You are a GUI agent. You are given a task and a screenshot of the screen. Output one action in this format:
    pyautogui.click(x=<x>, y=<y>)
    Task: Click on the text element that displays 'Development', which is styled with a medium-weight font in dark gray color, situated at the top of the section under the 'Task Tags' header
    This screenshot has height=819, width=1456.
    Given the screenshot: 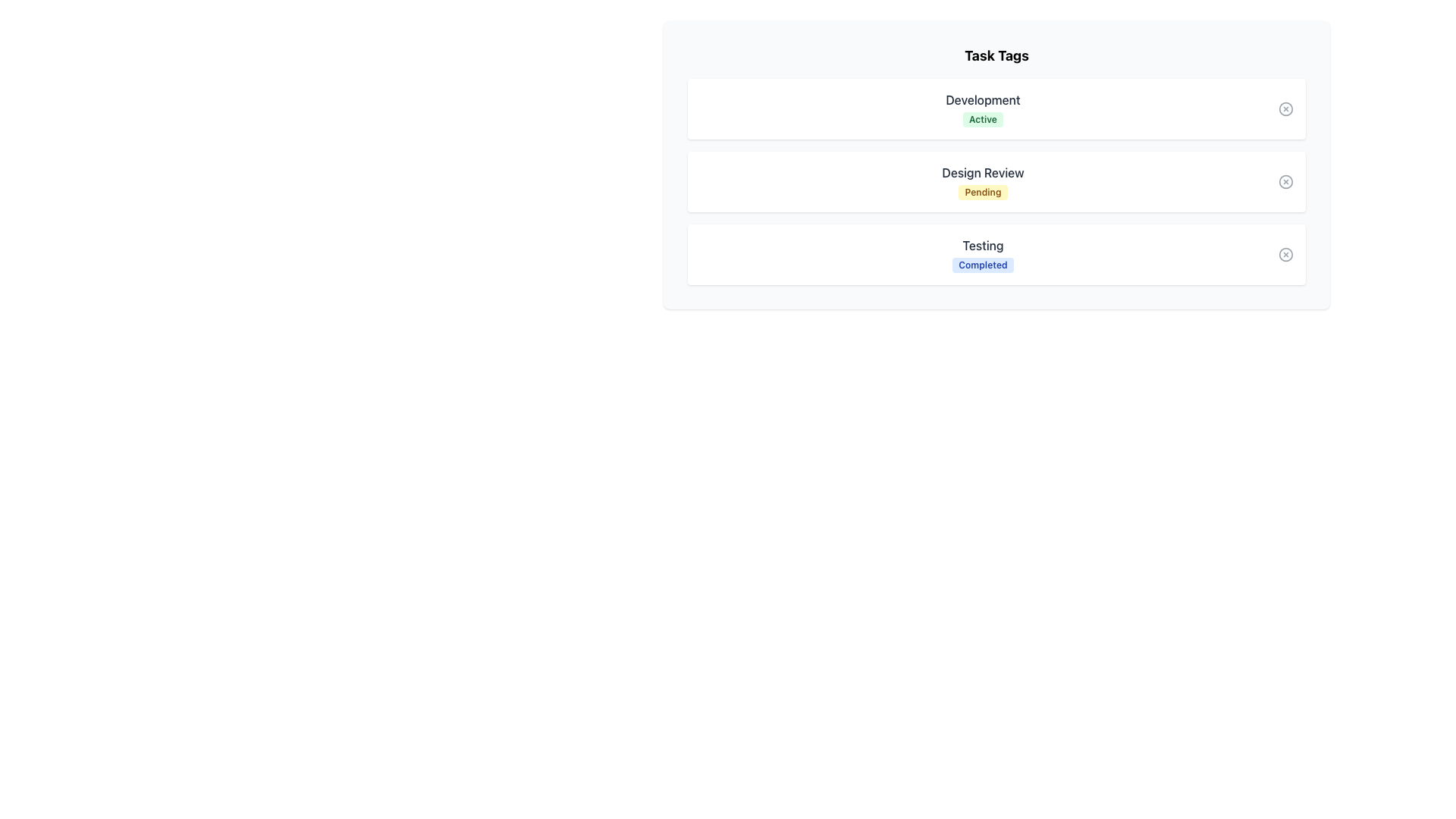 What is the action you would take?
    pyautogui.click(x=983, y=99)
    